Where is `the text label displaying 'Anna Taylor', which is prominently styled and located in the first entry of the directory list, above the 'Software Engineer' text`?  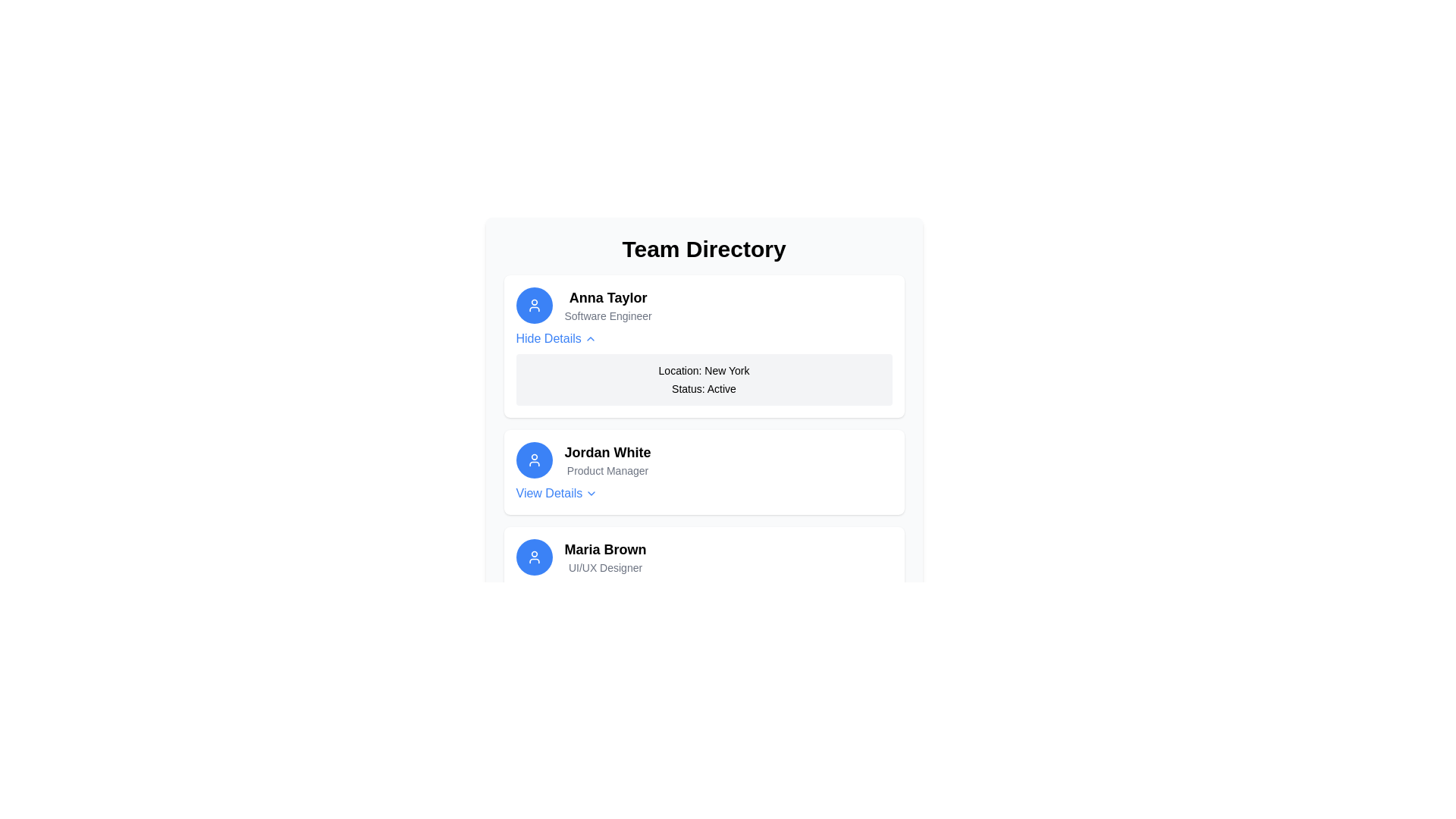 the text label displaying 'Anna Taylor', which is prominently styled and located in the first entry of the directory list, above the 'Software Engineer' text is located at coordinates (608, 298).